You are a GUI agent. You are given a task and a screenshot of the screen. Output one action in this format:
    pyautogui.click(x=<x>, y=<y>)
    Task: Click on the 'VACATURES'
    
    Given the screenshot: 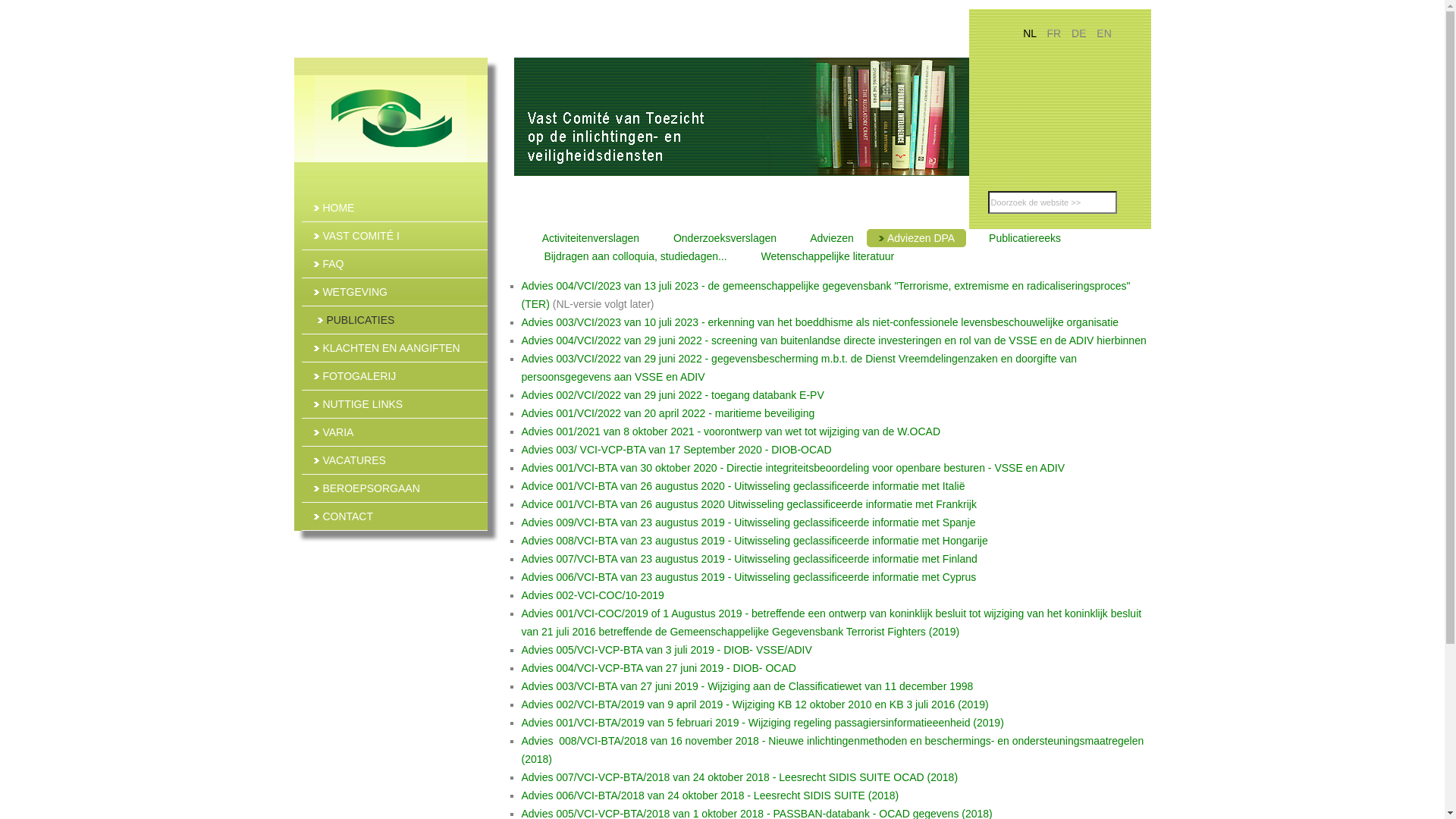 What is the action you would take?
    pyautogui.click(x=394, y=459)
    